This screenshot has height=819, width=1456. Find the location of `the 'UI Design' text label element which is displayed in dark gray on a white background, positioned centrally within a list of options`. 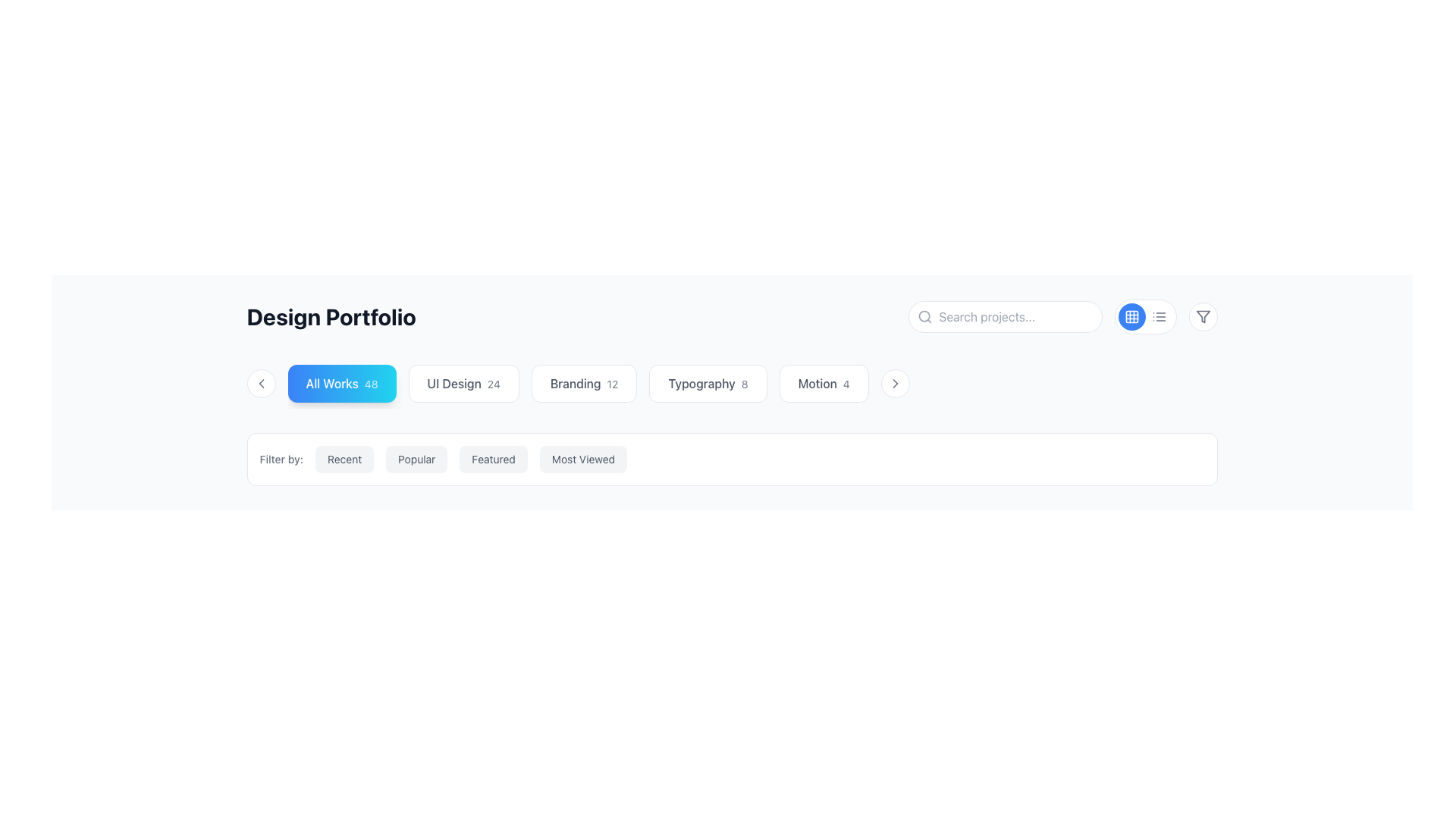

the 'UI Design' text label element which is displayed in dark gray on a white background, positioned centrally within a list of options is located at coordinates (453, 382).